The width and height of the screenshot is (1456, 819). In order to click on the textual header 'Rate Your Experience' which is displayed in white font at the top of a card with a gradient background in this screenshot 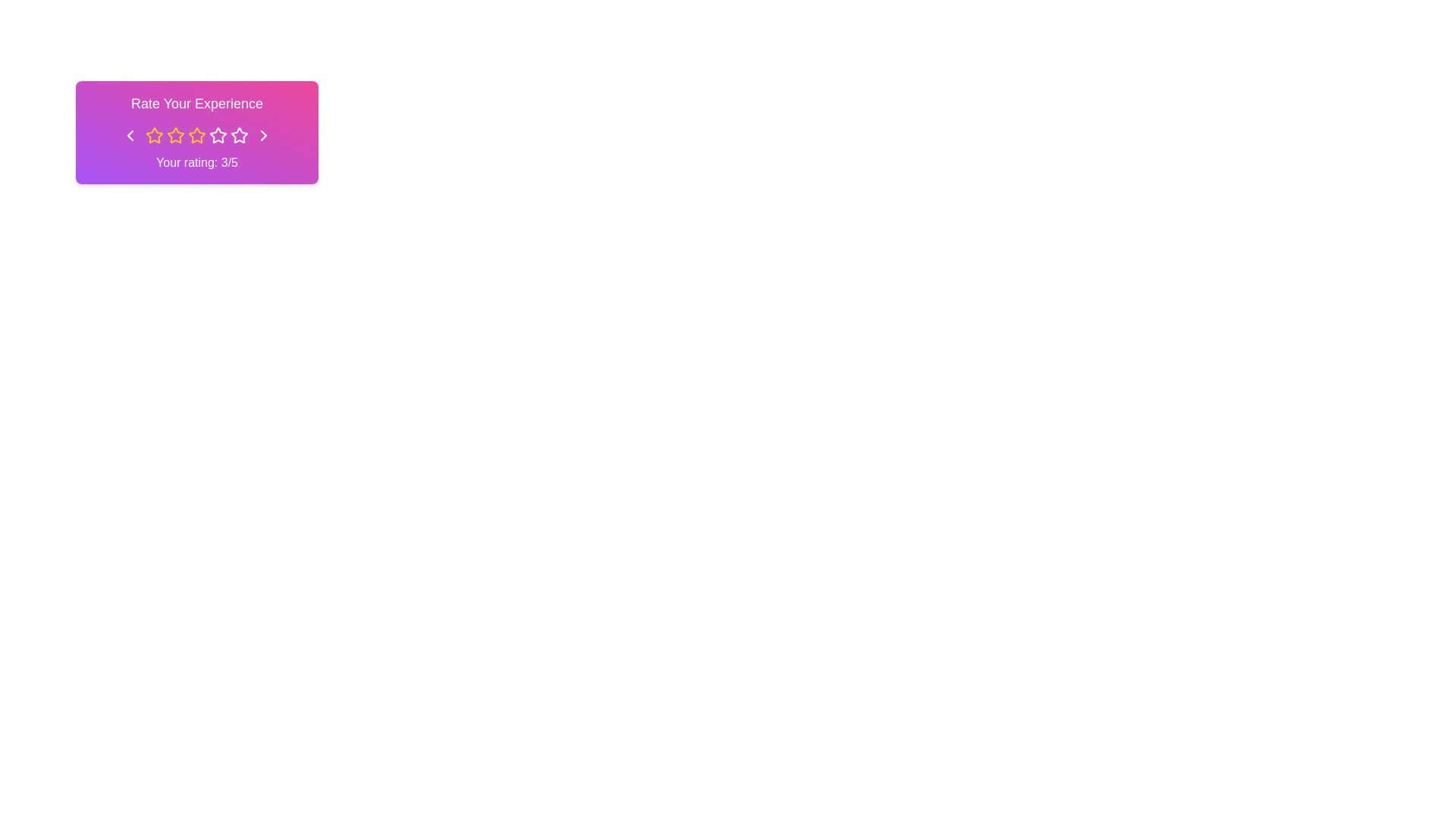, I will do `click(196, 103)`.